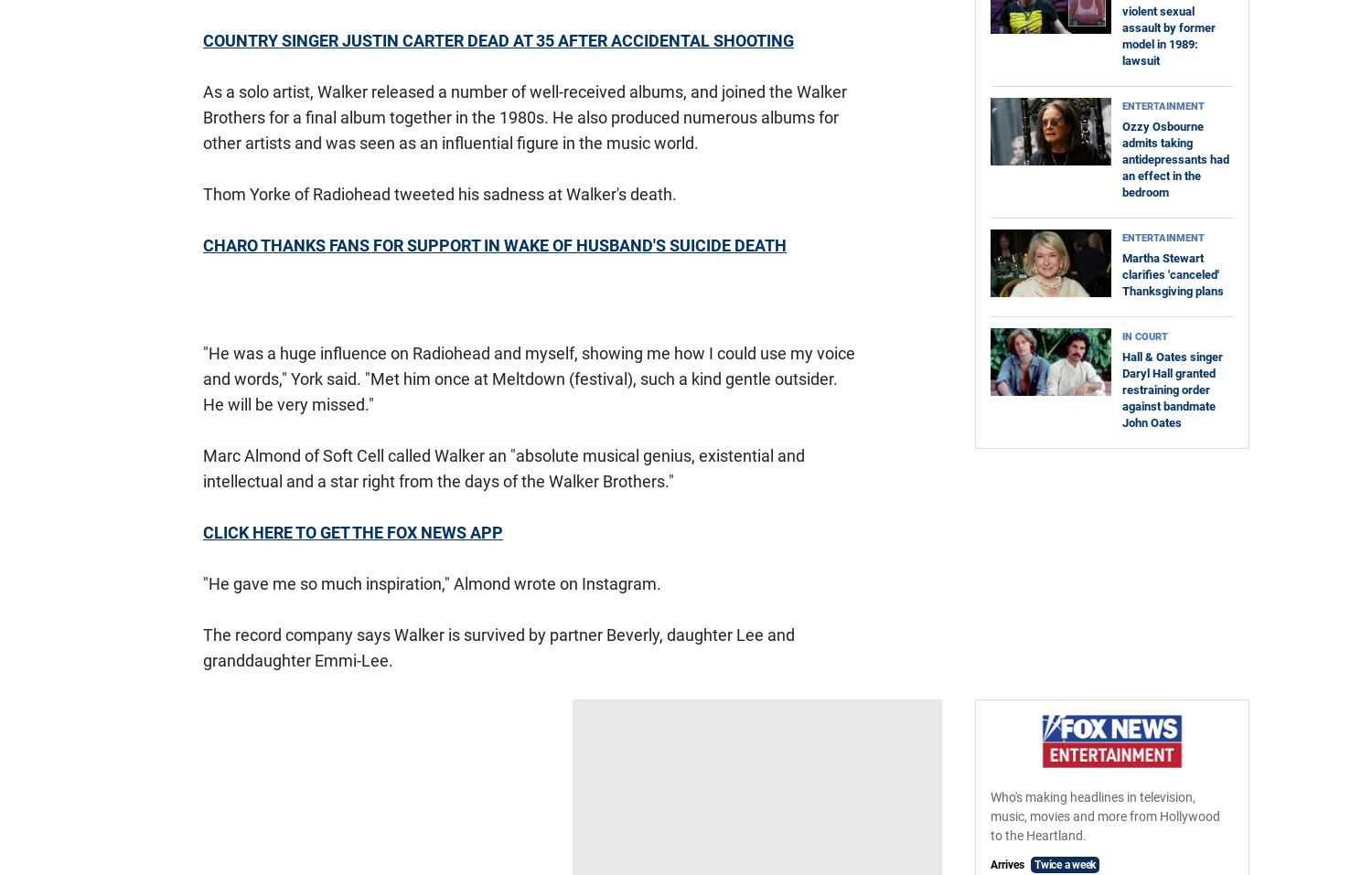 This screenshot has width=1372, height=875. What do you see at coordinates (431, 582) in the screenshot?
I see `'"He gave me so much inspiration," Almond wrote on Instagram.'` at bounding box center [431, 582].